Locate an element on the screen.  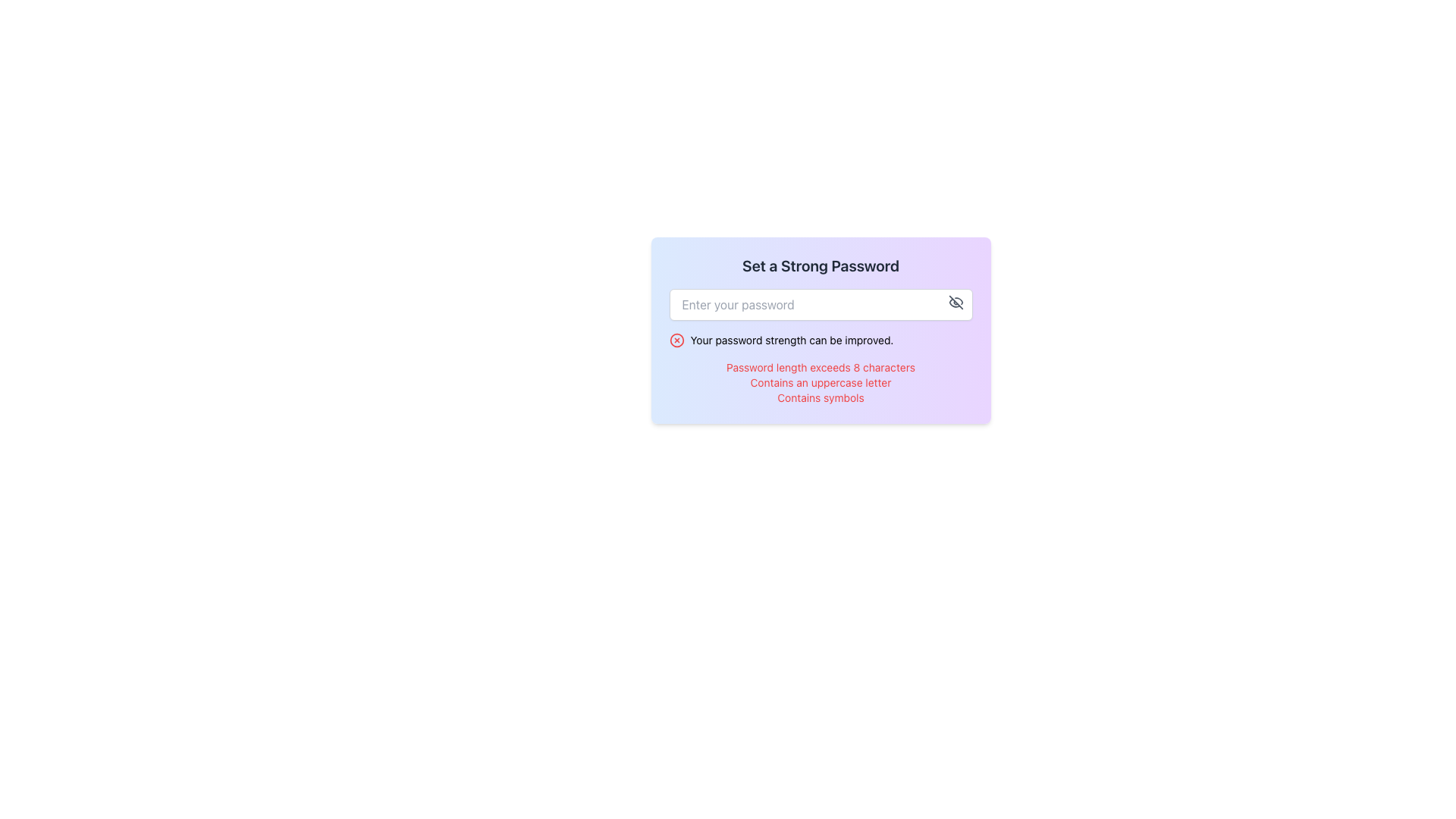
the informational message about password strength, which warns the user that their password could be stronger and is located in the middle section of the interface is located at coordinates (820, 339).